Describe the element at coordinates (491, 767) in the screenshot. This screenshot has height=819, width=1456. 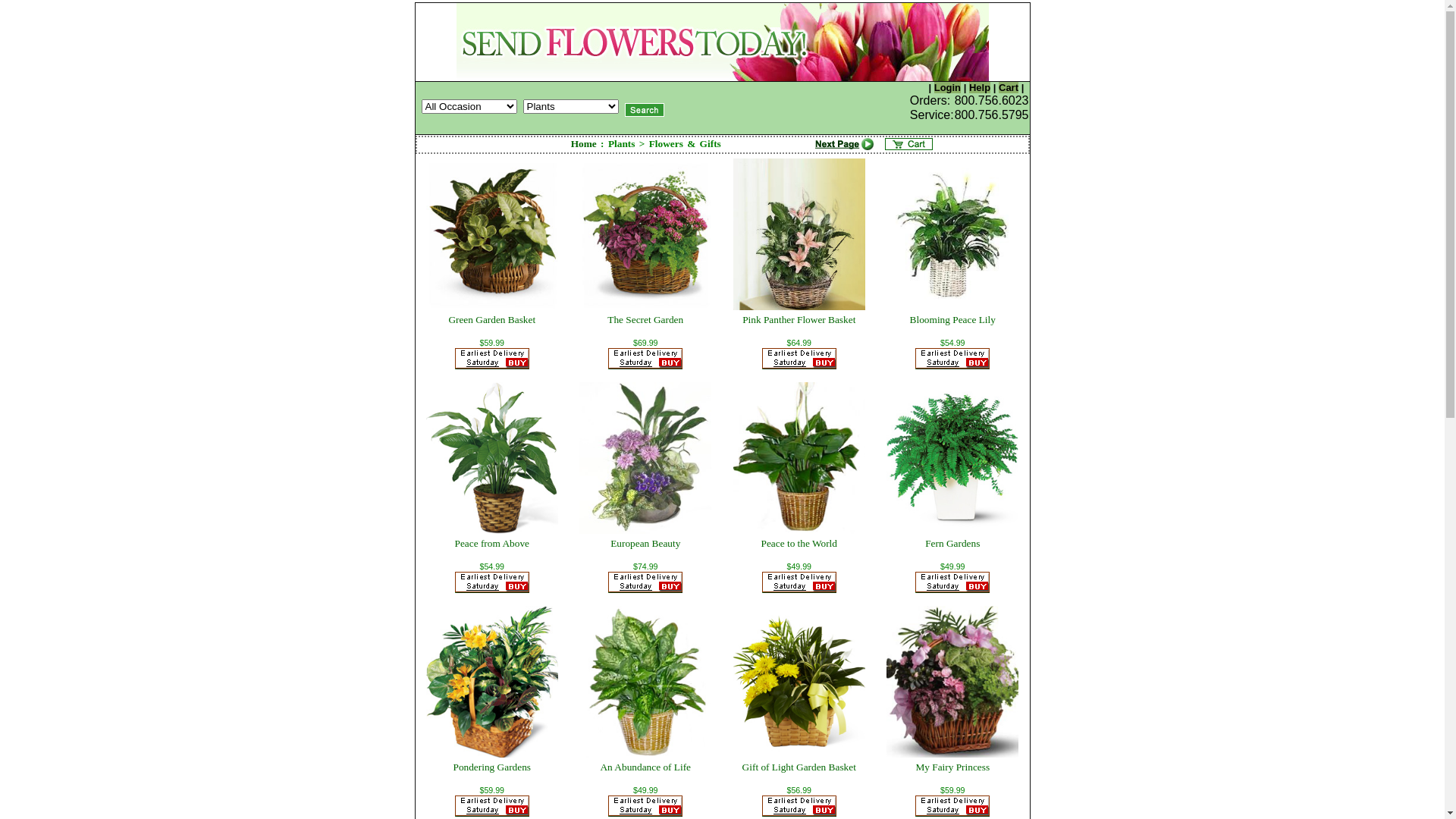
I see `'Pondering Gardens'` at that location.